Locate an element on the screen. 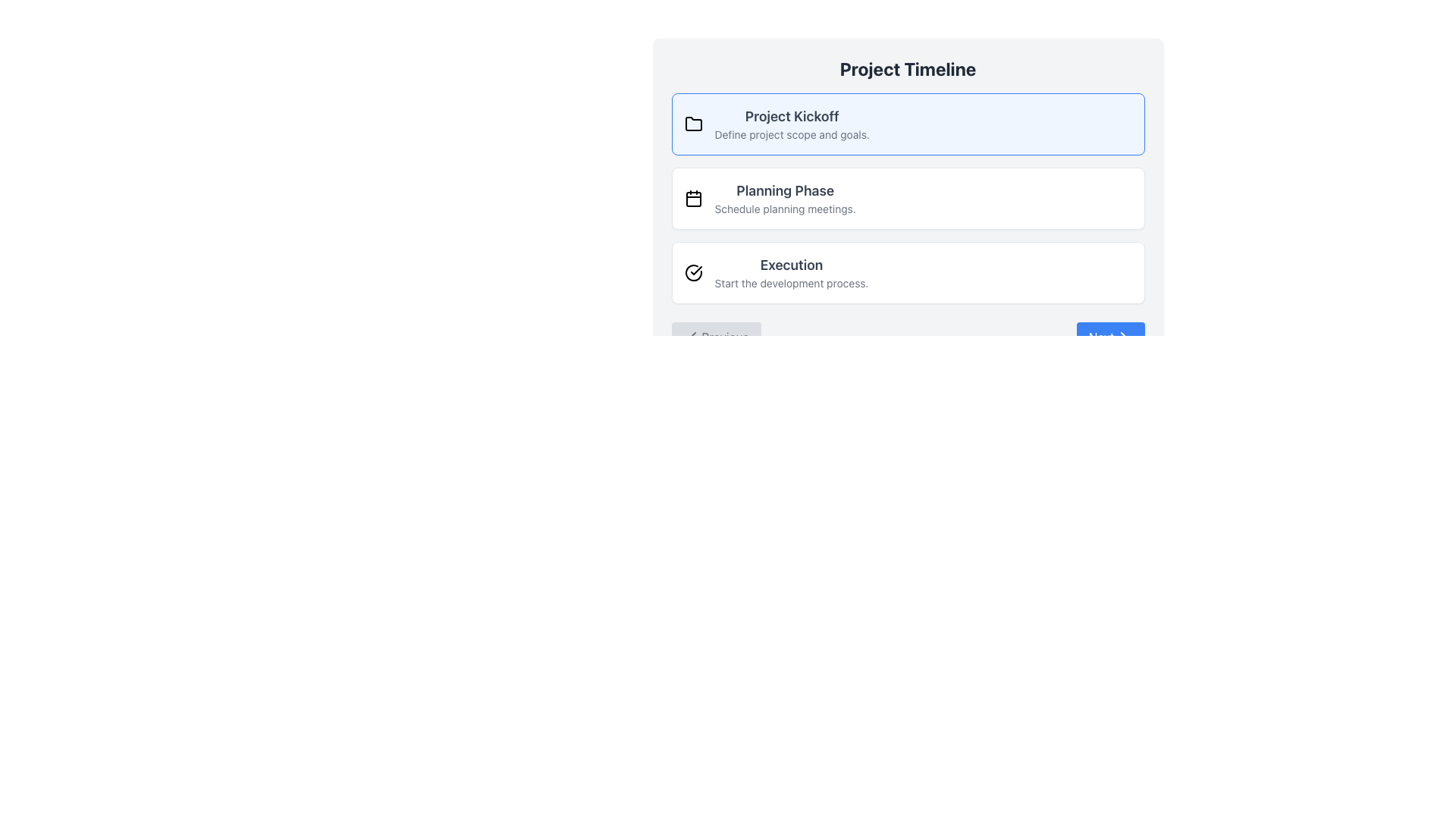 The width and height of the screenshot is (1456, 819). the informational card representing the planning phase in the project timeline, located in the second position of the list is located at coordinates (908, 198).